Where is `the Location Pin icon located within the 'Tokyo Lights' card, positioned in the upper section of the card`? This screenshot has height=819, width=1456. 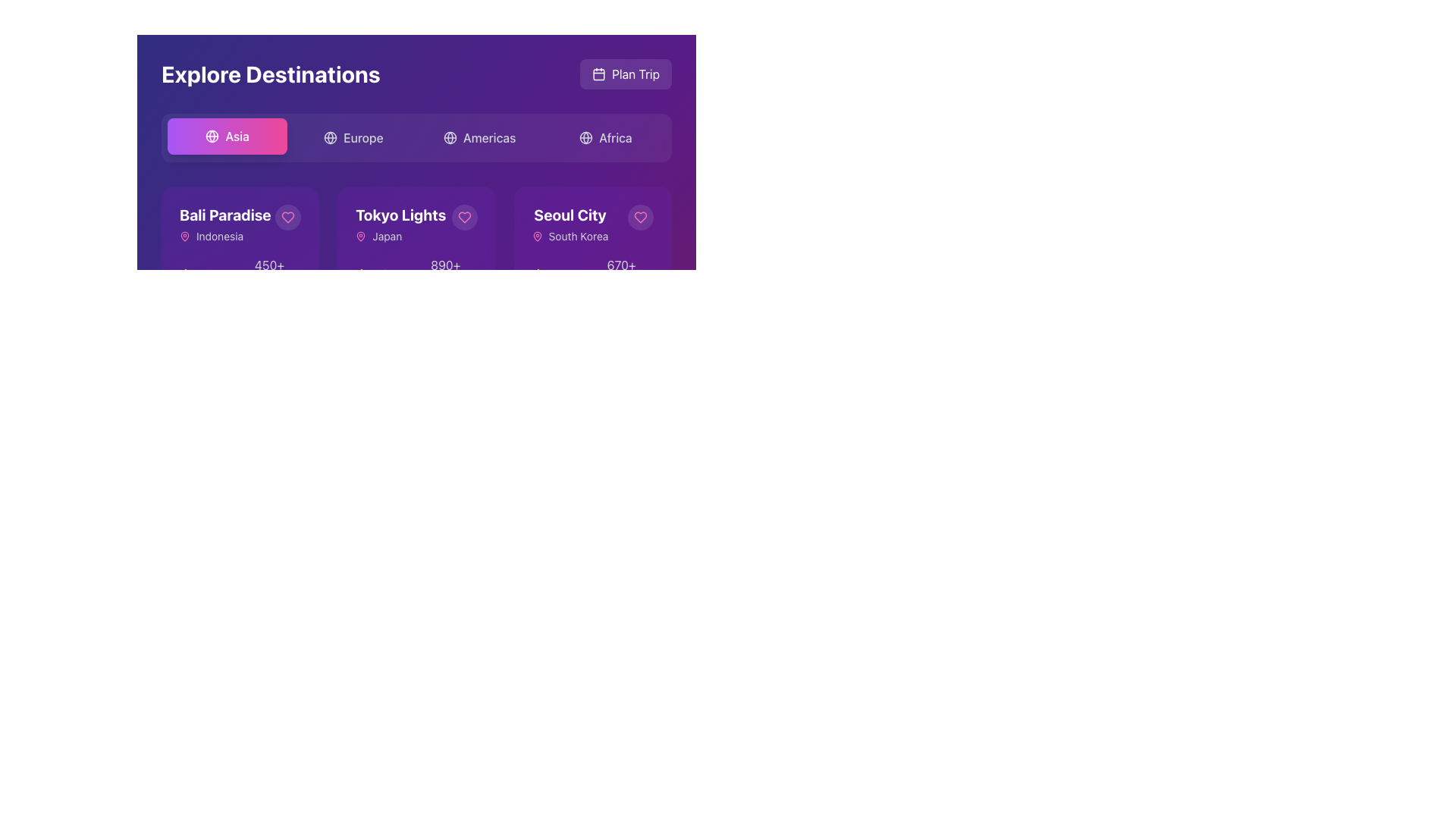
the Location Pin icon located within the 'Tokyo Lights' card, positioned in the upper section of the card is located at coordinates (360, 237).